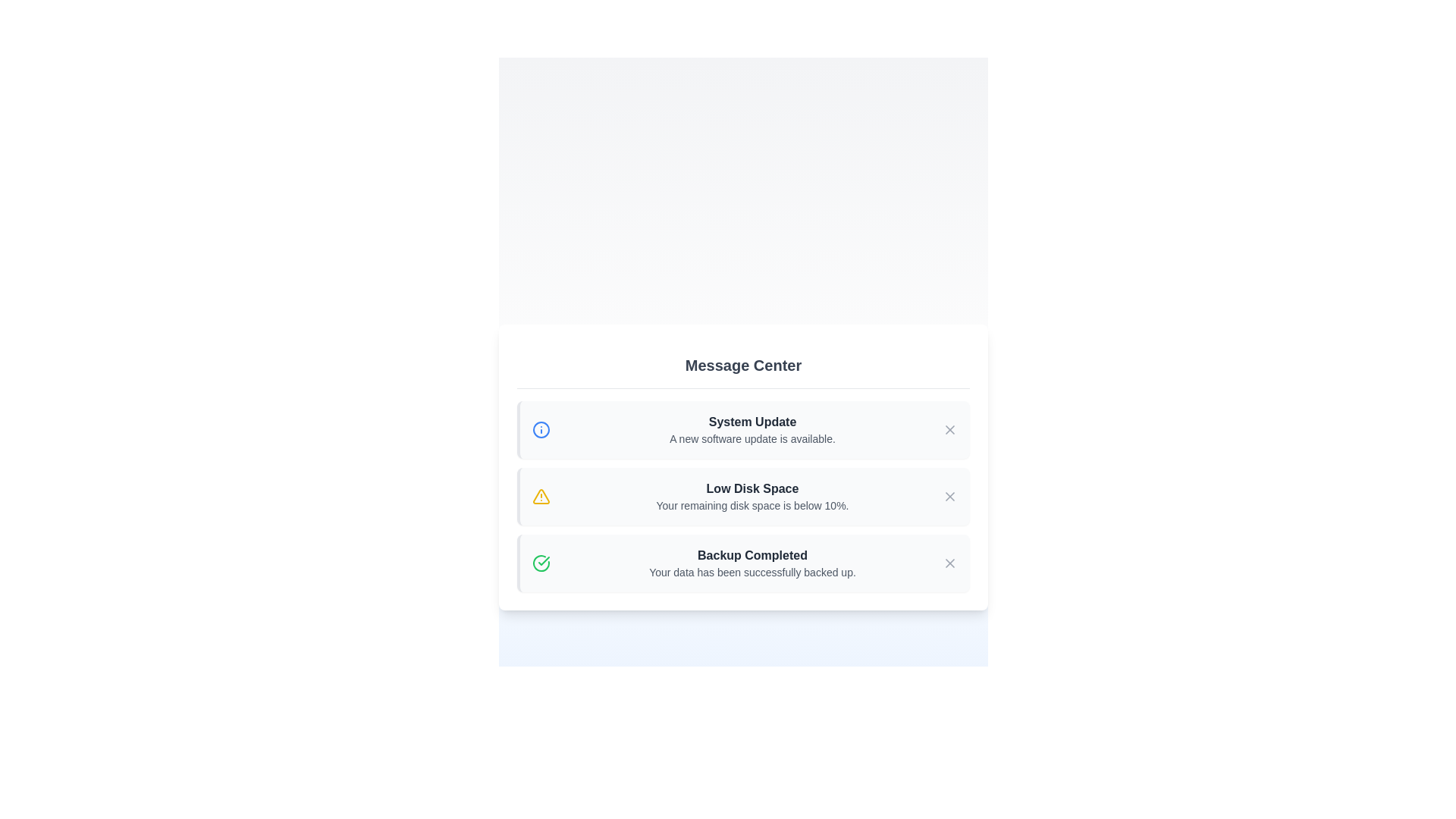  I want to click on the 'Backup Completed' status message, which is styled in bold dark gray and located below the 'Low Disk Space' message, so click(752, 555).